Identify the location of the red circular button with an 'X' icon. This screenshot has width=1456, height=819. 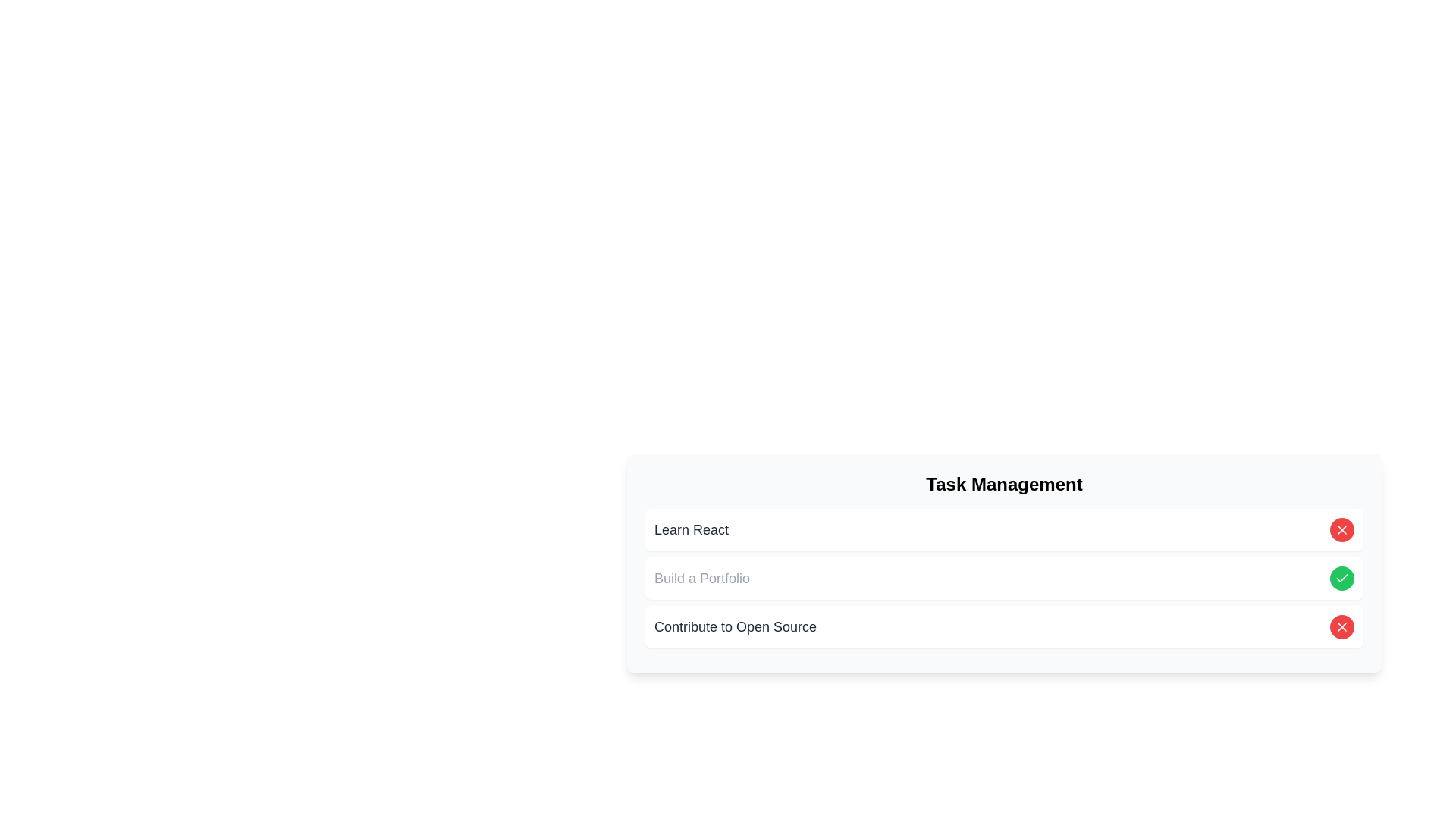
(1342, 529).